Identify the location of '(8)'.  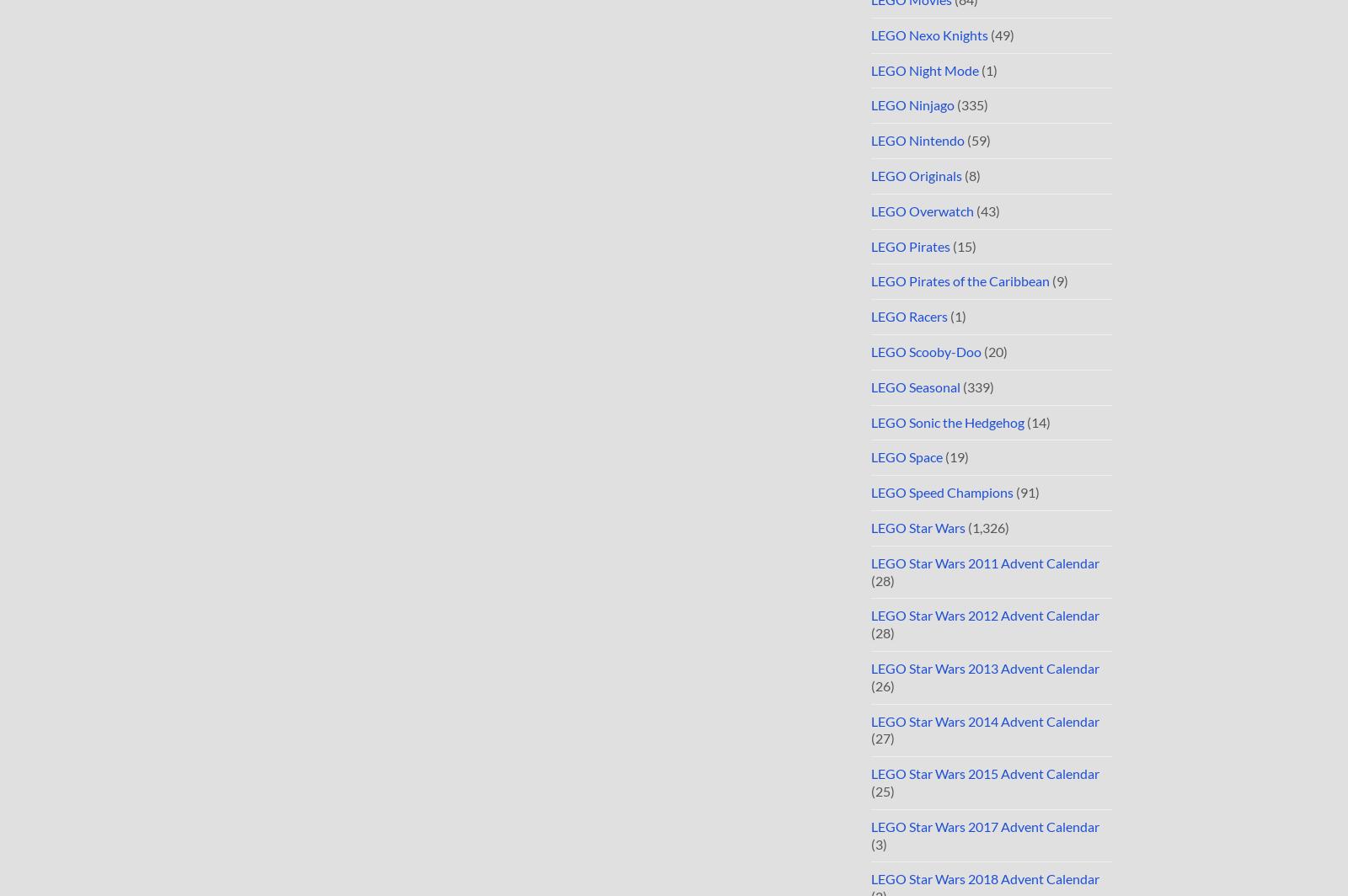
(971, 175).